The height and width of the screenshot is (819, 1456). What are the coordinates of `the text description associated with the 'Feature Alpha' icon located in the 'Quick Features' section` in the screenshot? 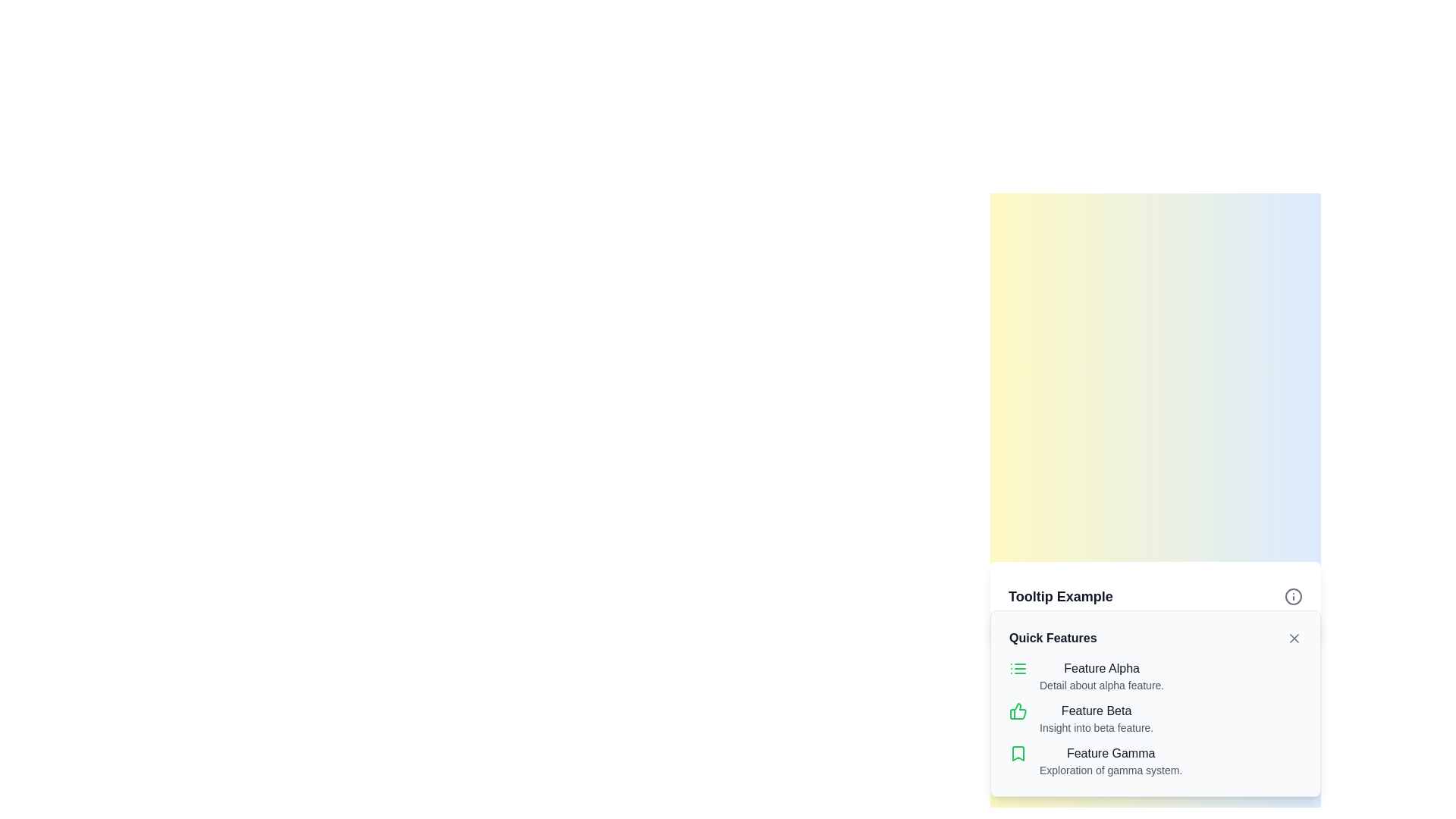 It's located at (1018, 668).